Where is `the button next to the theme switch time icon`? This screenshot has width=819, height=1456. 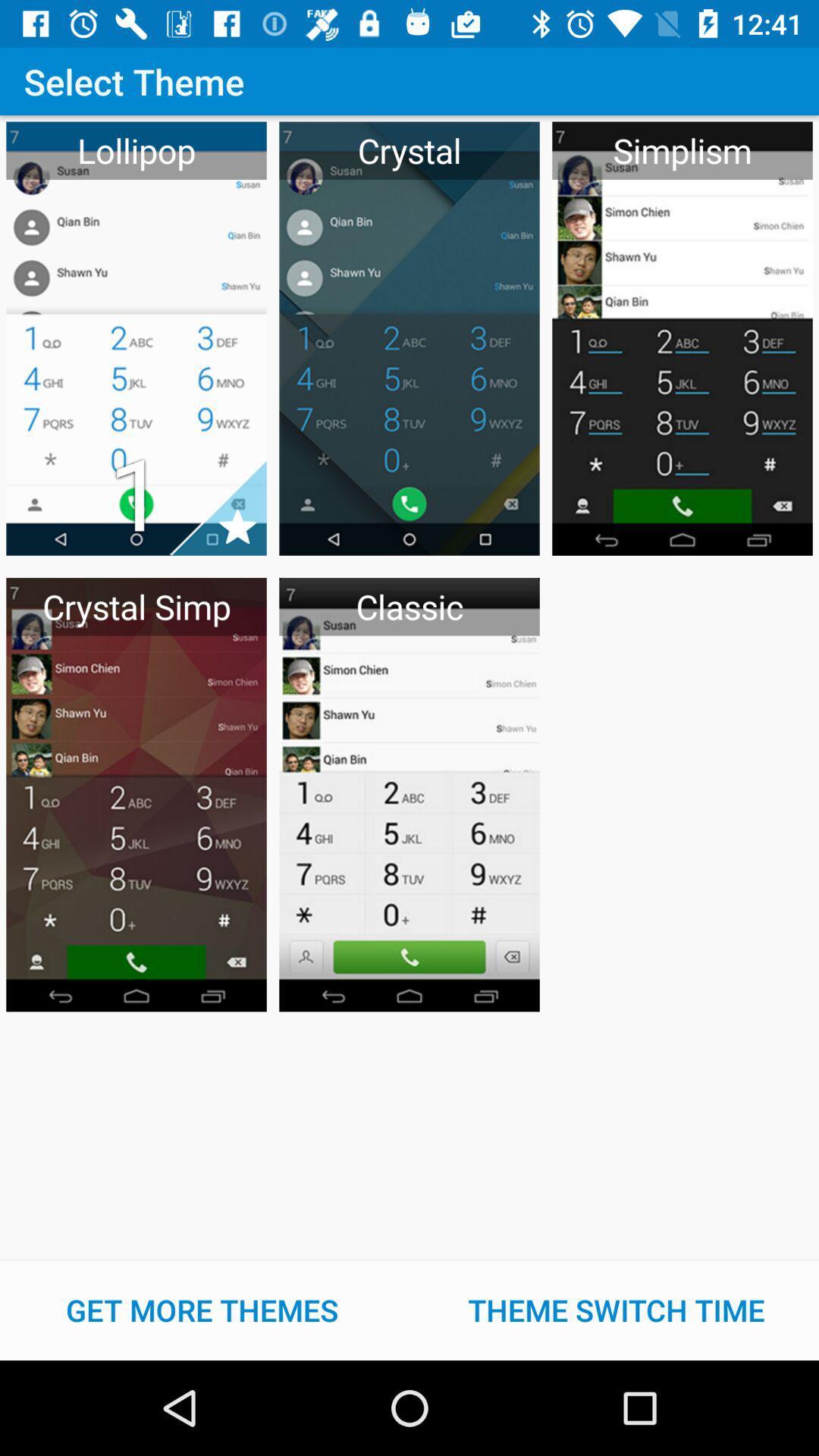
the button next to the theme switch time icon is located at coordinates (201, 1310).